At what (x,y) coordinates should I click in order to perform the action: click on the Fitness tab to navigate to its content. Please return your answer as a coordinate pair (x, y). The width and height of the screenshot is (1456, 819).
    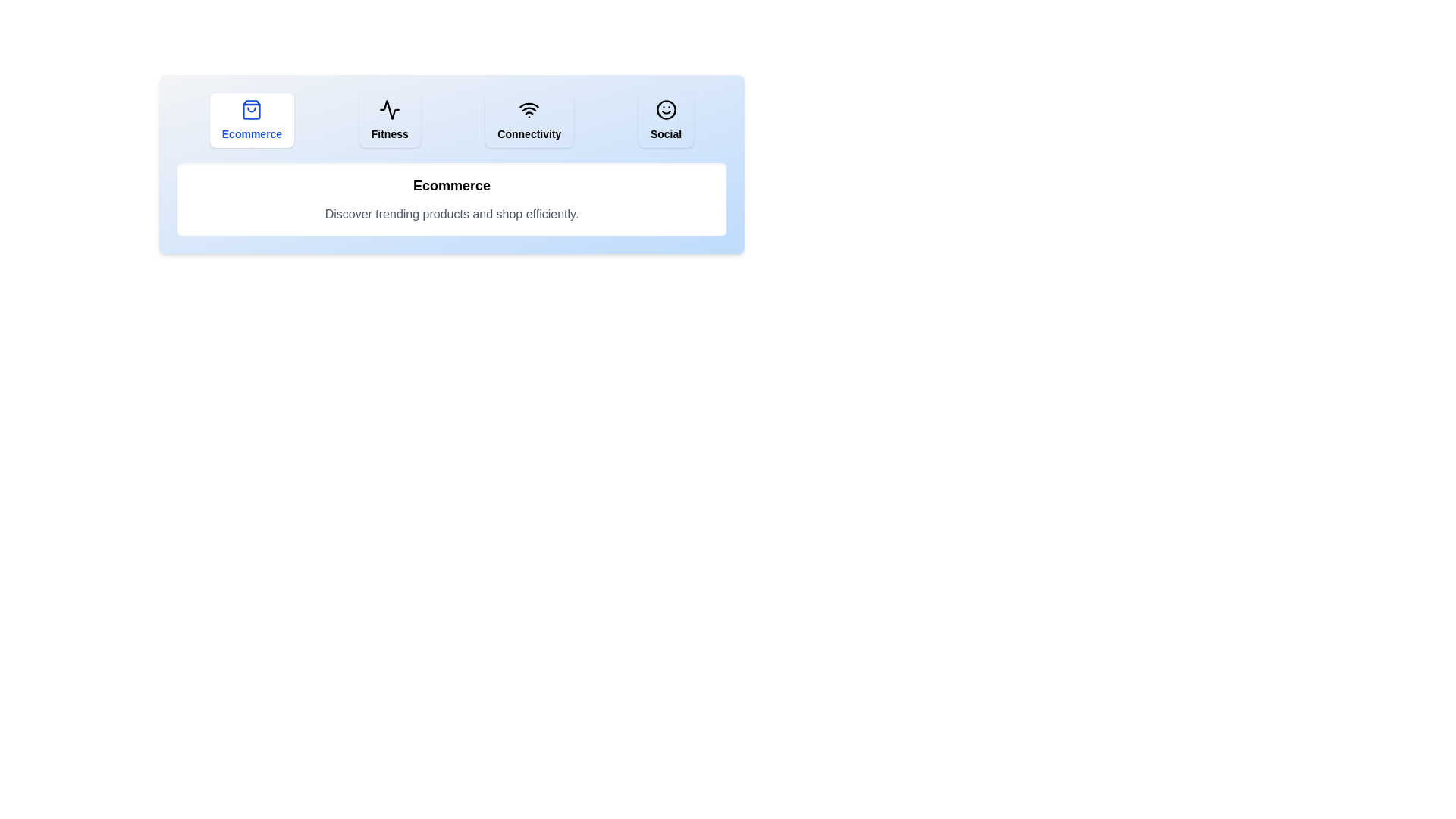
    Looking at the image, I should click on (389, 119).